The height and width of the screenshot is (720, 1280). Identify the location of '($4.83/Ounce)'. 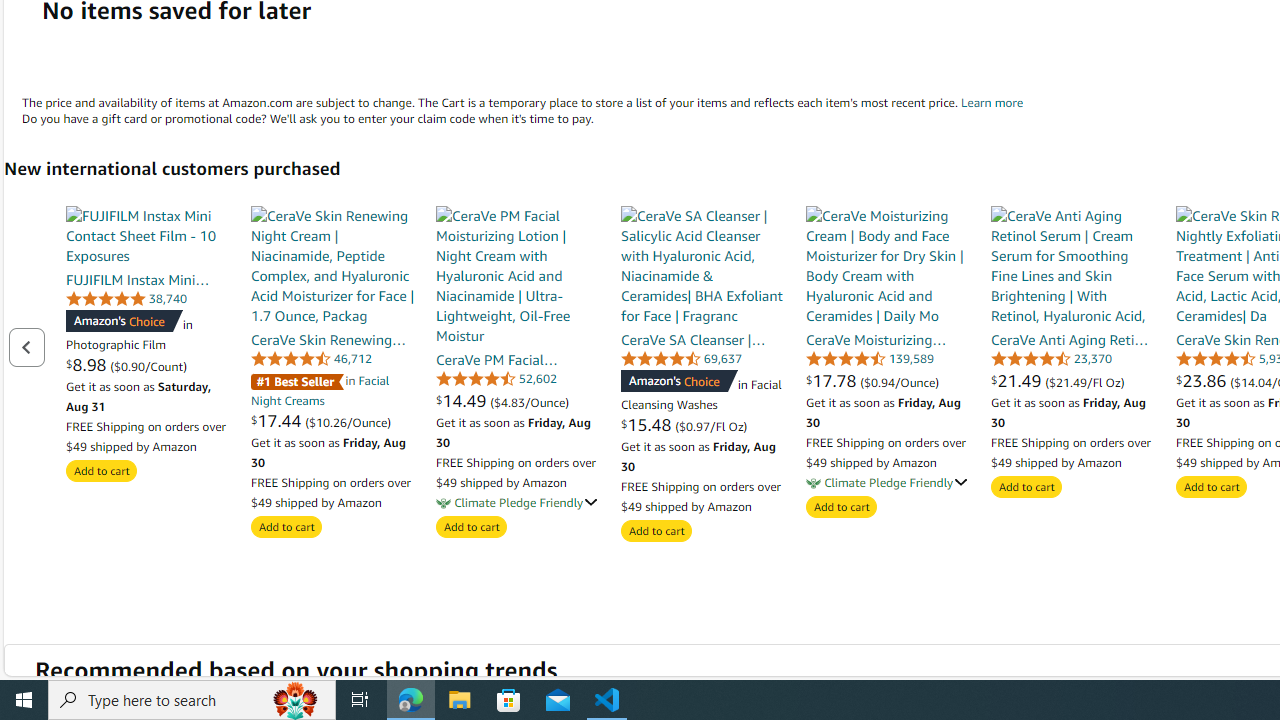
(529, 401).